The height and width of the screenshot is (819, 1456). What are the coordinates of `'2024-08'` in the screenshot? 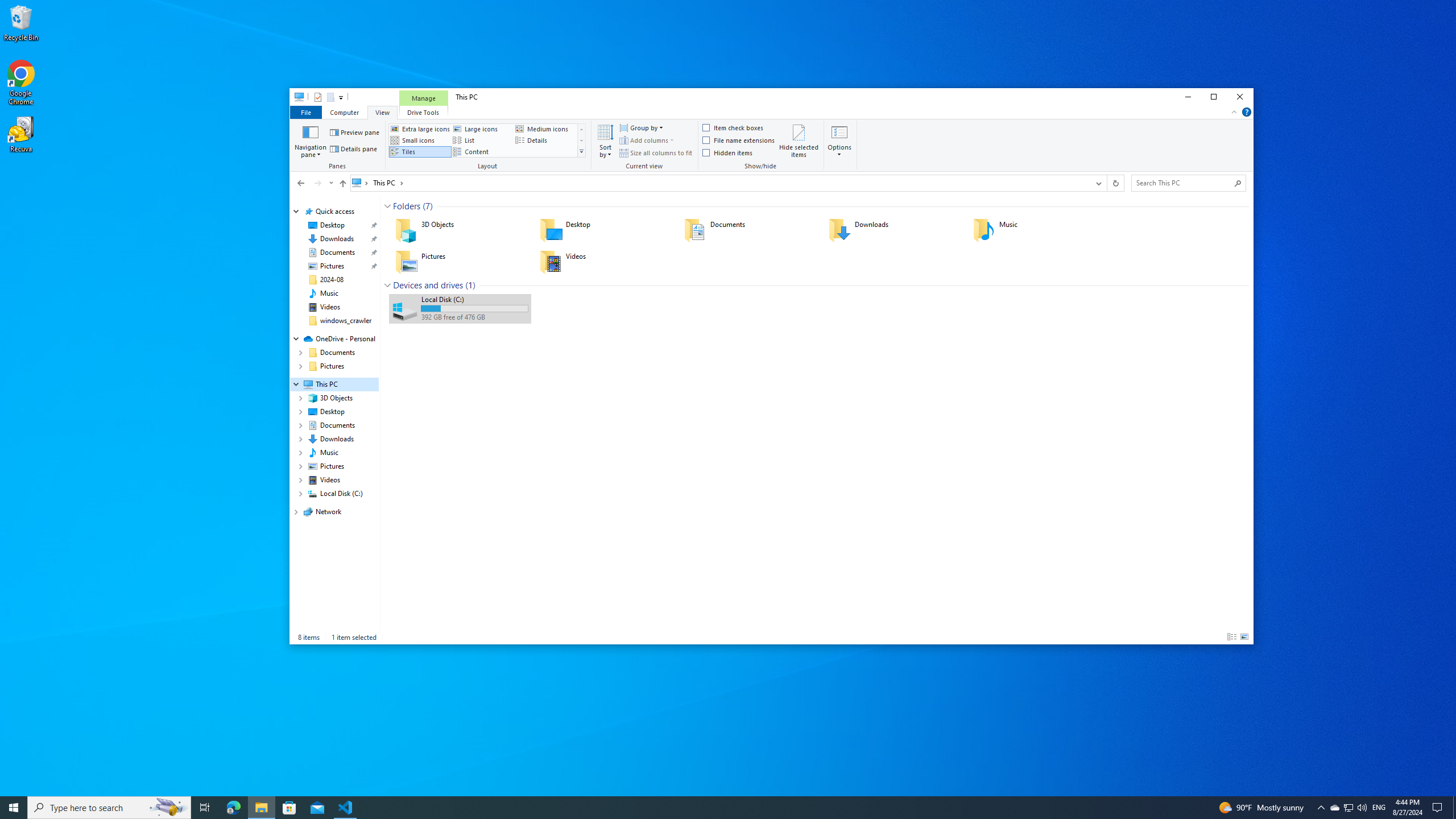 It's located at (331, 279).